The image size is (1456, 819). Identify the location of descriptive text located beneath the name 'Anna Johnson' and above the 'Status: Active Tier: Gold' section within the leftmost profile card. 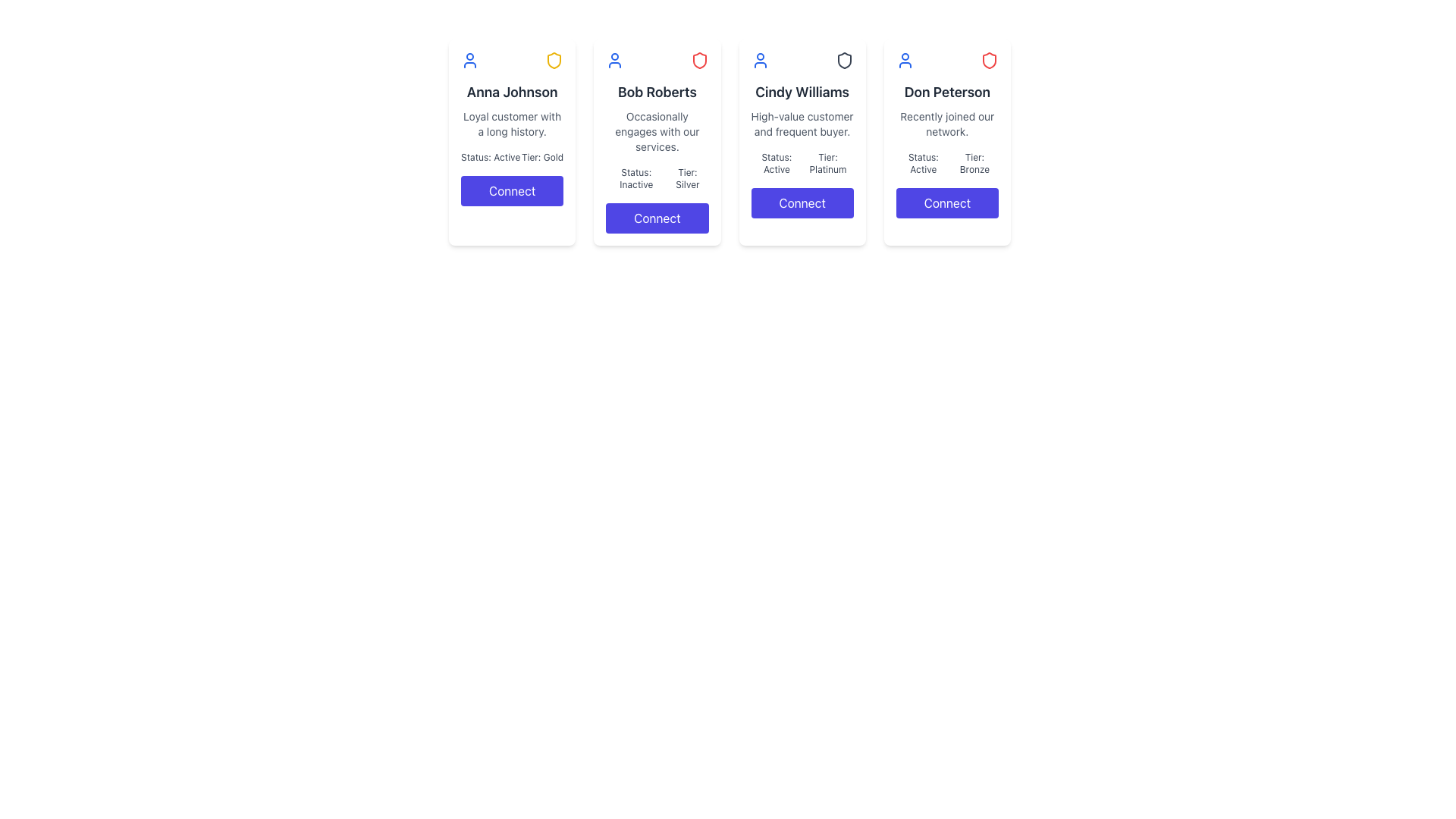
(512, 124).